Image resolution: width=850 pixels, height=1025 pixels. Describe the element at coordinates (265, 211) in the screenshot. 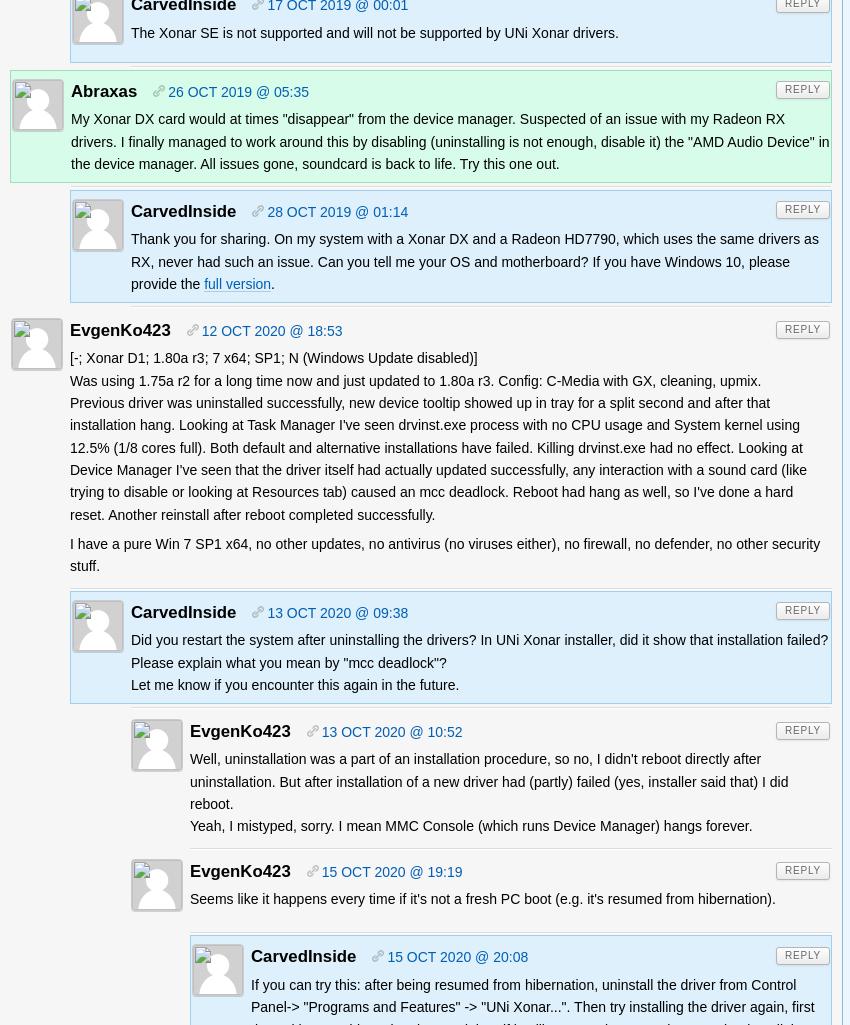

I see `'28 Oct 2019 @ 01:14'` at that location.